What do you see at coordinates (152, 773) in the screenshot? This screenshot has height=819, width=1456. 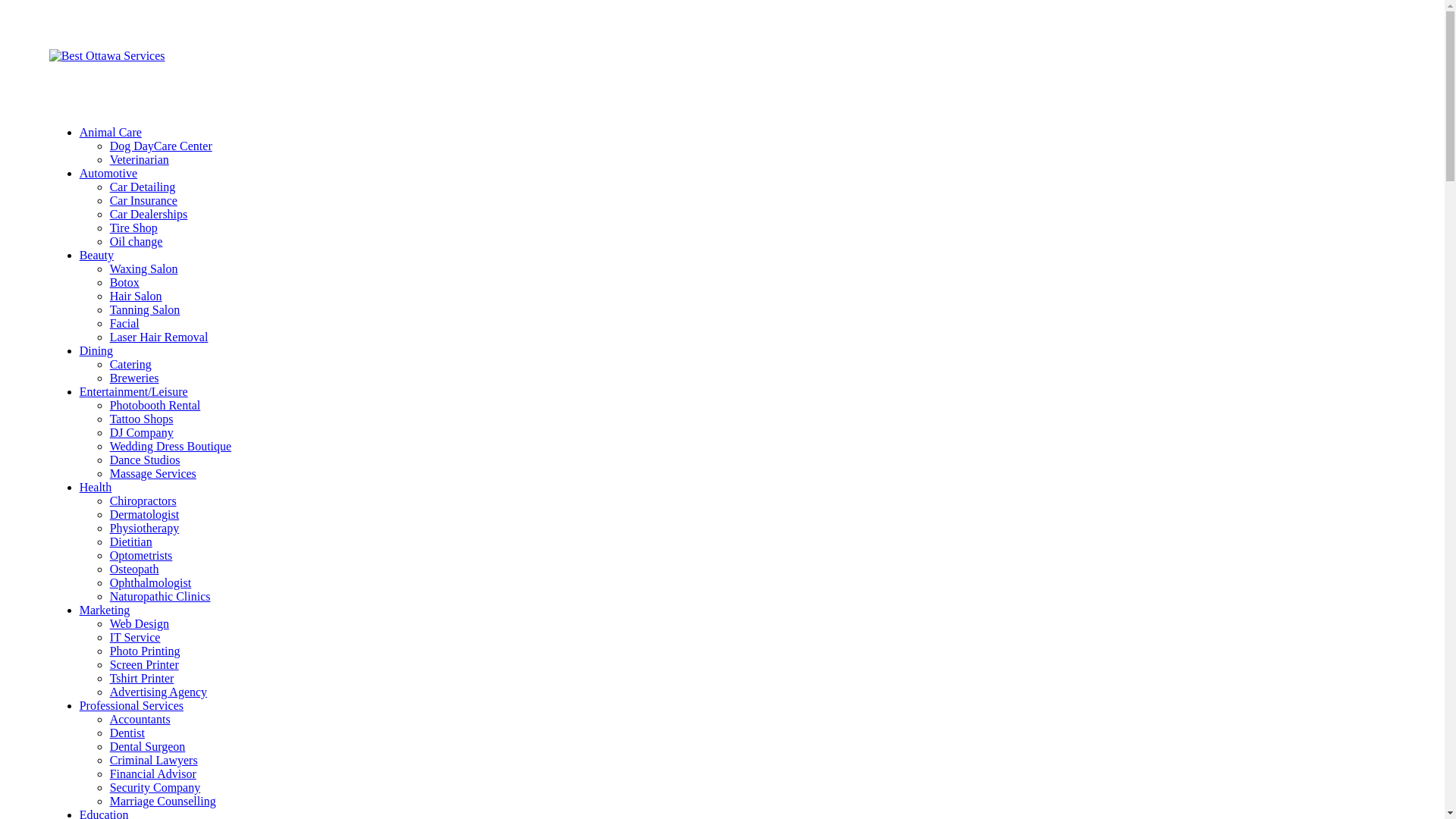 I see `'Financial Advisor'` at bounding box center [152, 773].